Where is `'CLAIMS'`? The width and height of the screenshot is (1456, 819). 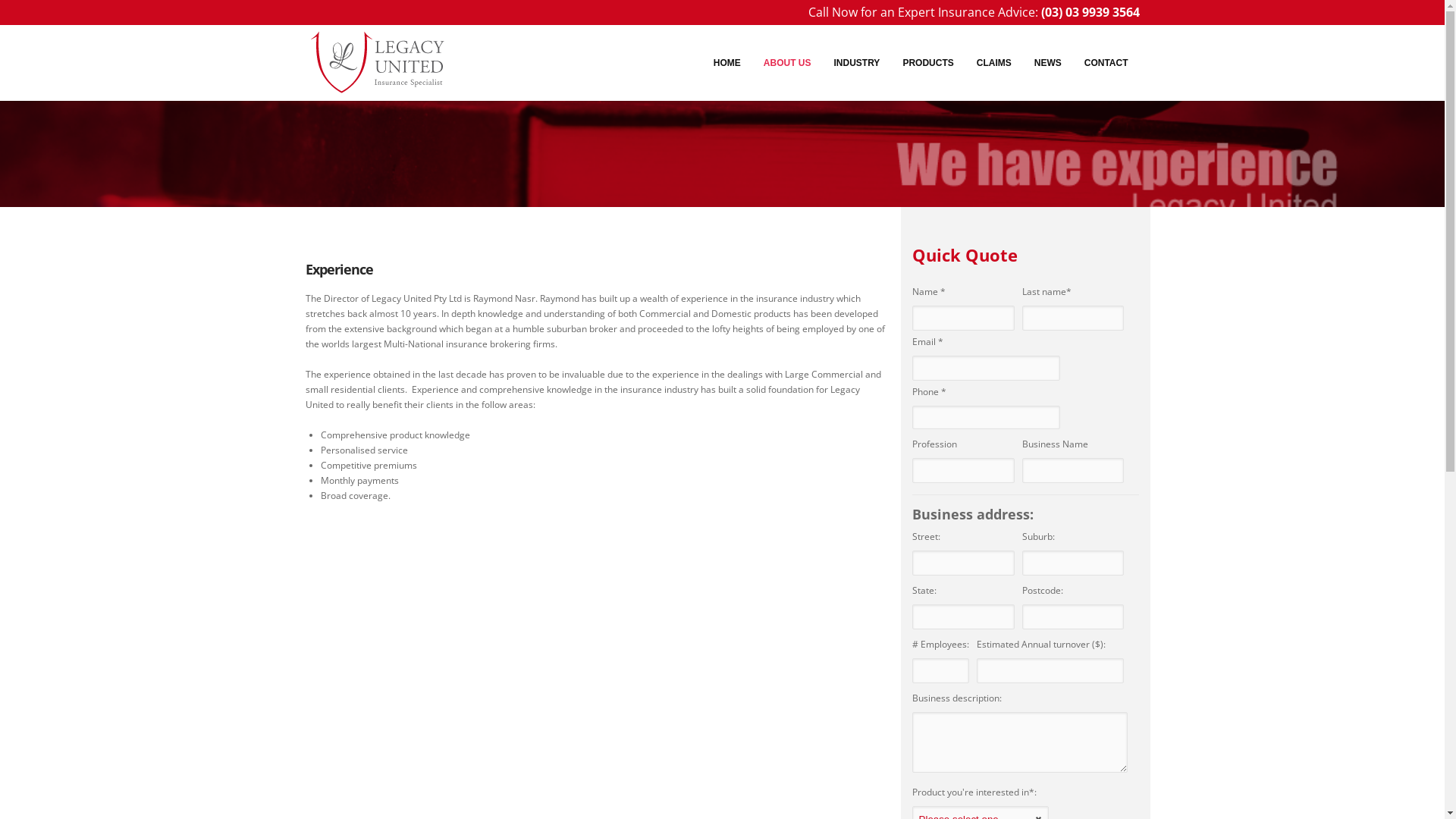 'CLAIMS' is located at coordinates (993, 62).